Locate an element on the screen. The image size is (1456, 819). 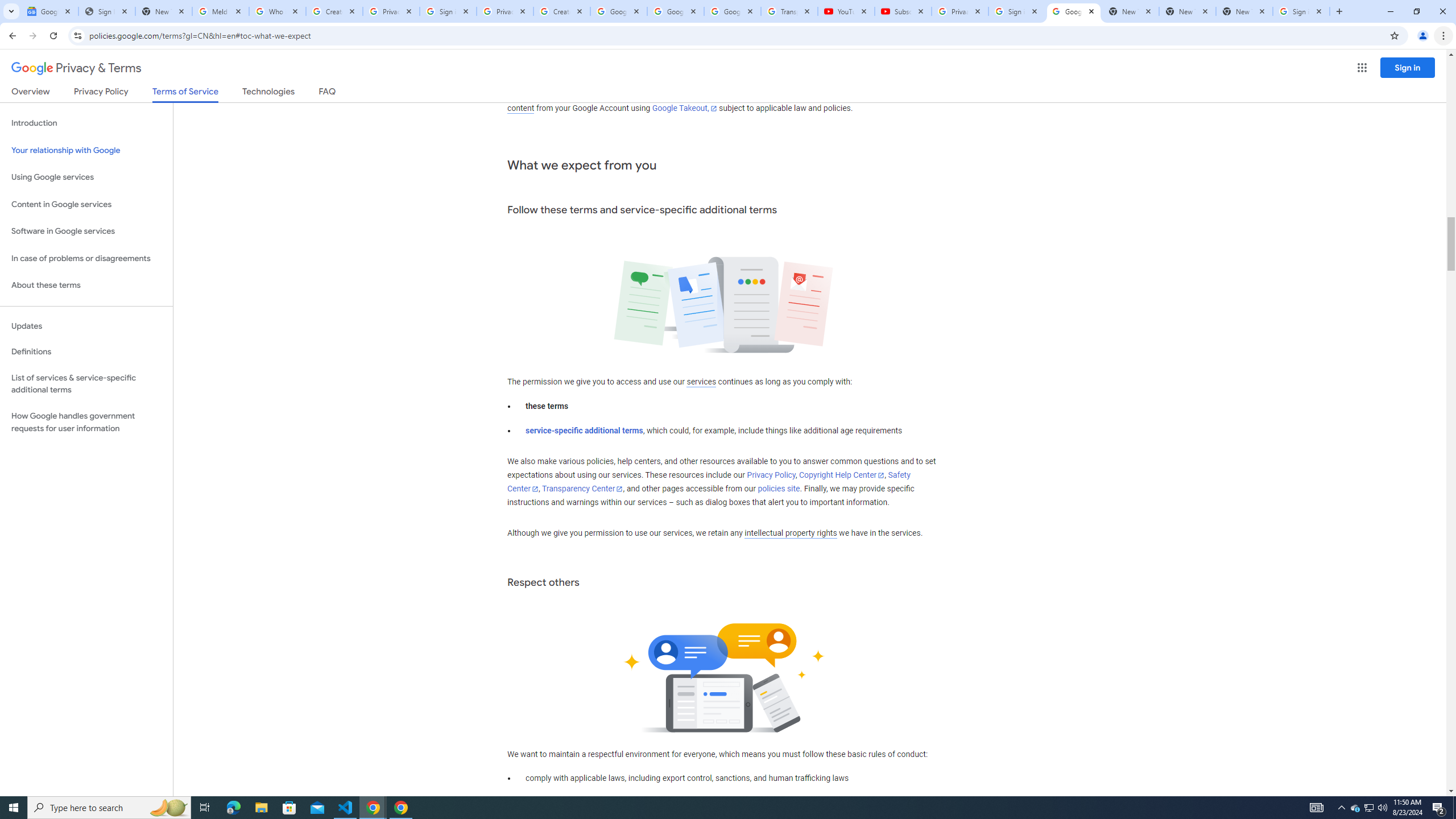
'Create your Google Account' is located at coordinates (561, 11).